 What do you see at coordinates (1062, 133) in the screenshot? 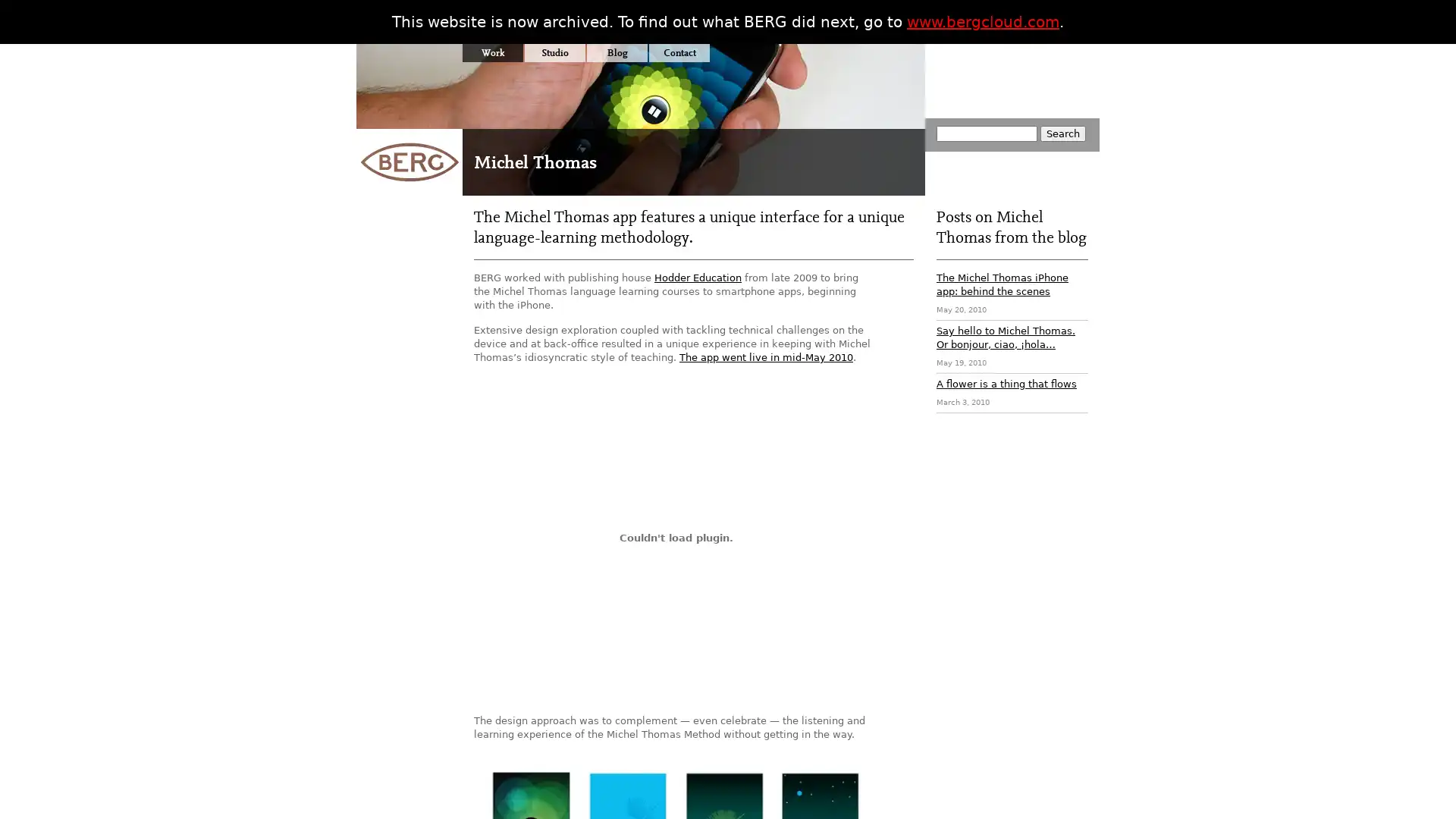
I see `Search` at bounding box center [1062, 133].